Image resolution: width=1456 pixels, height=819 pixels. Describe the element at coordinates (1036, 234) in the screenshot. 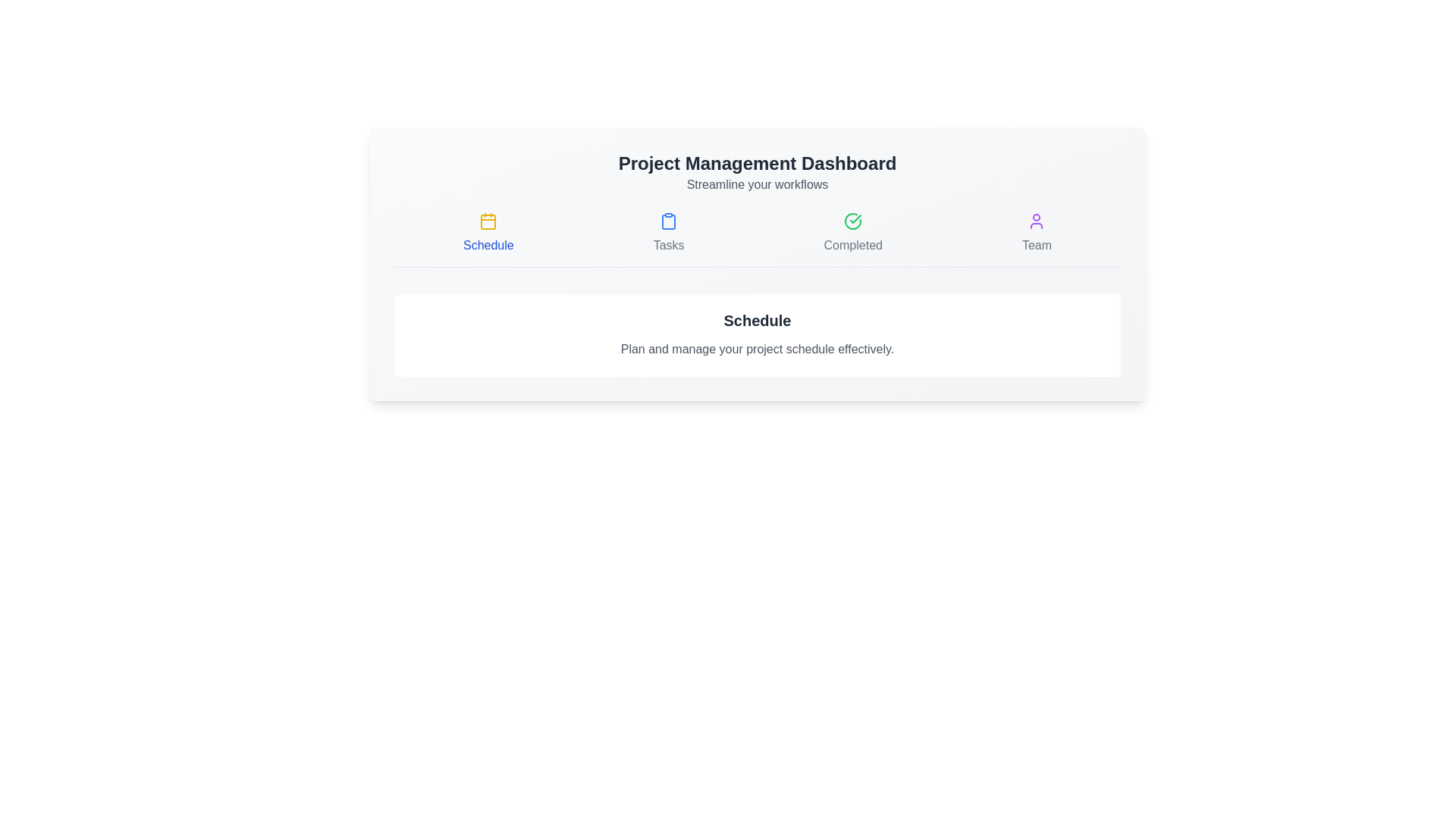

I see `the tab named Team` at that location.